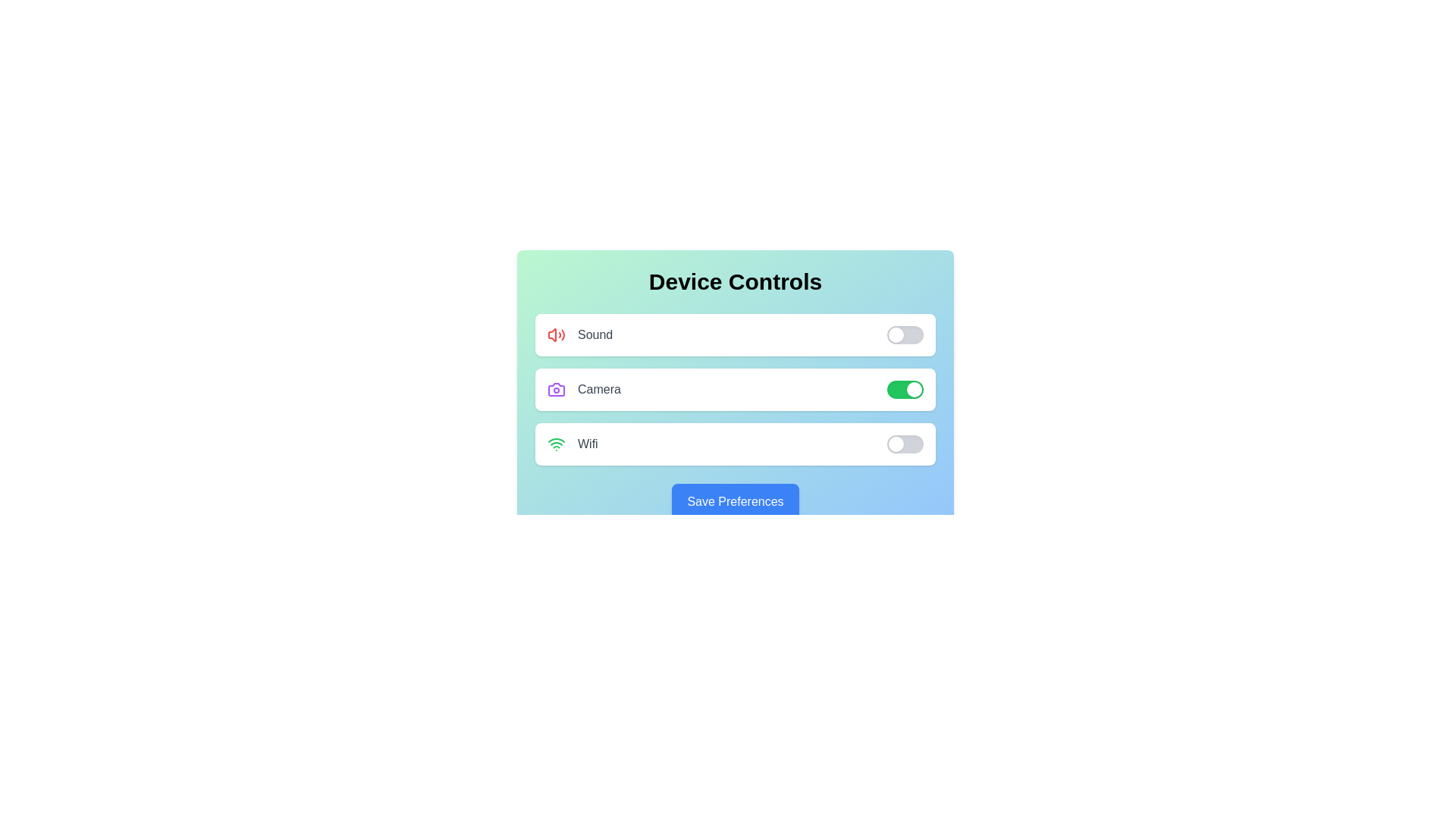  I want to click on the Camera control switch to toggle its state, so click(905, 388).